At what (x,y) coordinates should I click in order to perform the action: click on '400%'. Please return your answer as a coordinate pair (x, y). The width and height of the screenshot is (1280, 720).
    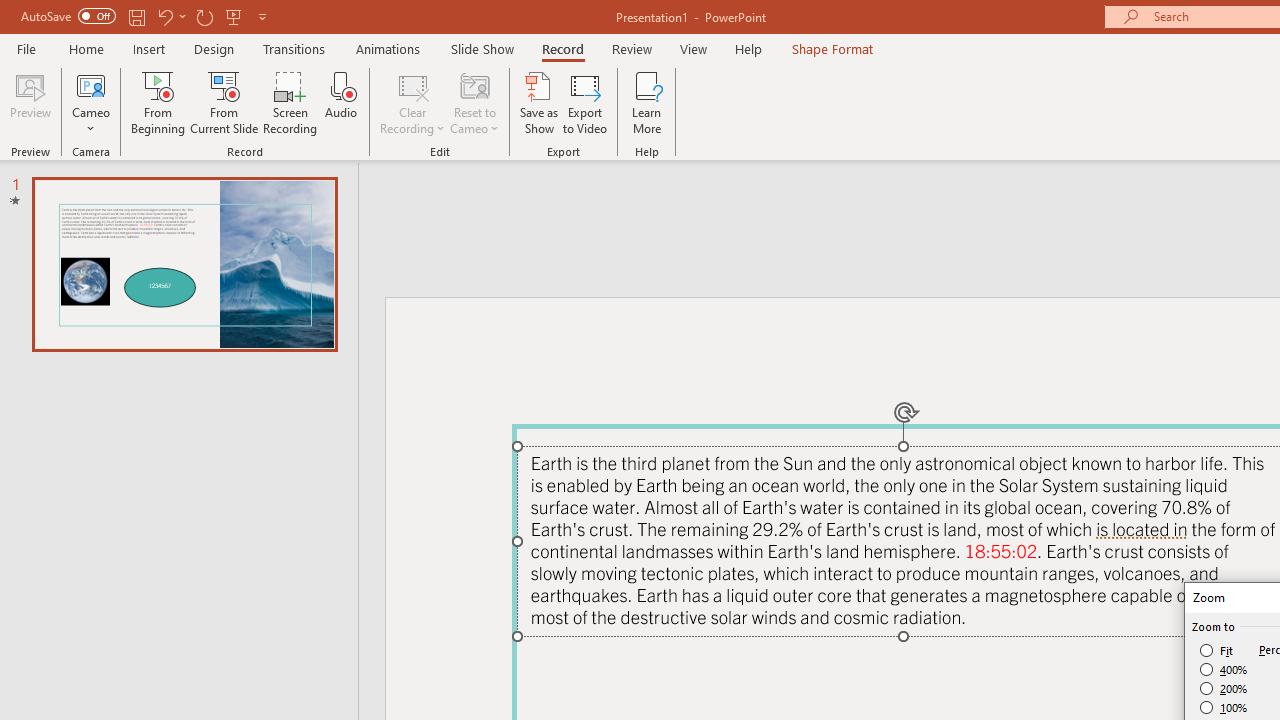
    Looking at the image, I should click on (1223, 669).